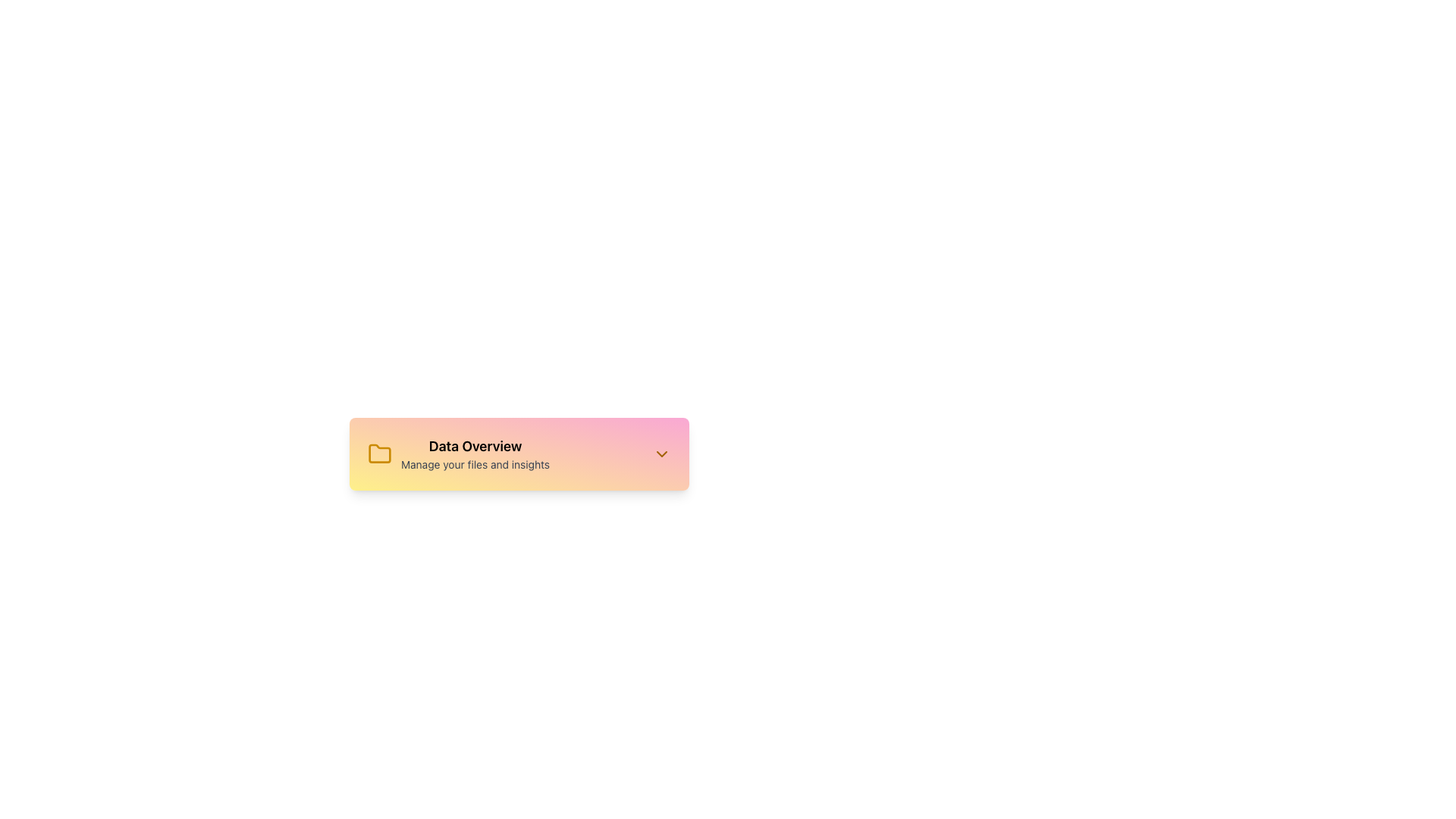 This screenshot has height=819, width=1456. What do you see at coordinates (379, 453) in the screenshot?
I see `the folder icon located to the left of the 'Data Overview' and 'Manage your files and insights' text elements to interact with it` at bounding box center [379, 453].